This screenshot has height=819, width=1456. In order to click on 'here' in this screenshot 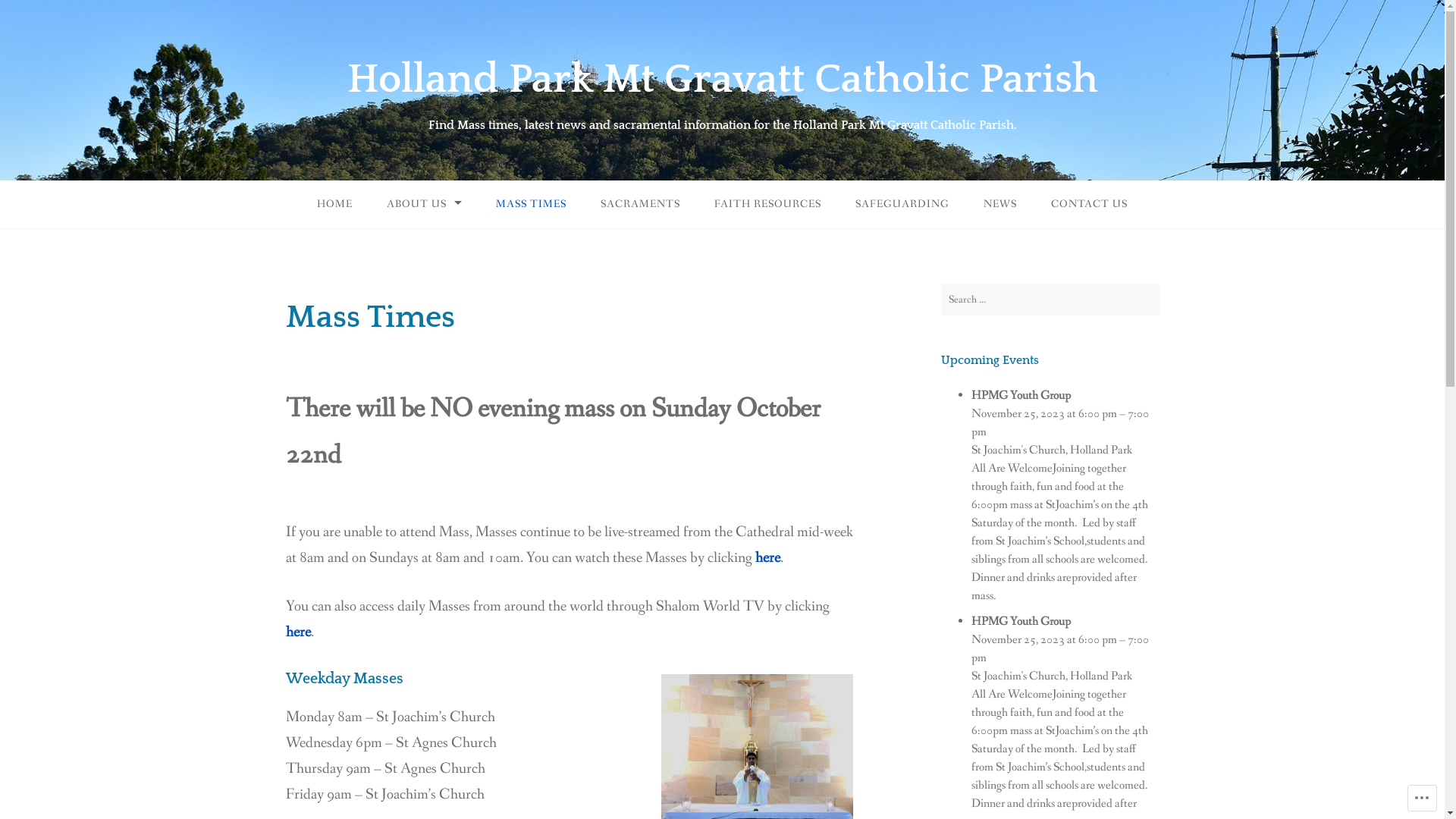, I will do `click(767, 558)`.